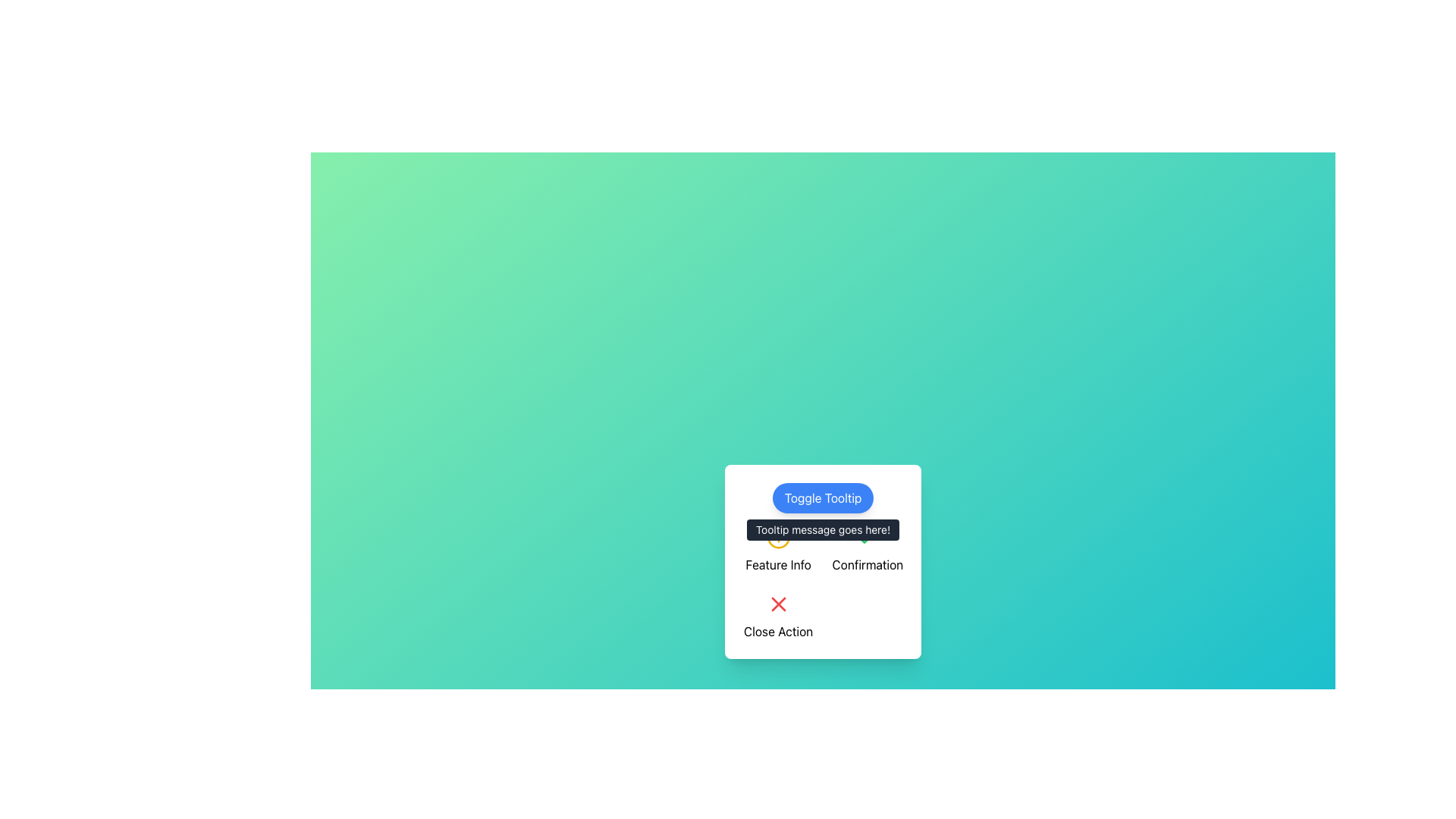  Describe the element at coordinates (778, 632) in the screenshot. I see `static text label 'Close Action' located centrally below the red 'X' icon in the dialog box` at that location.